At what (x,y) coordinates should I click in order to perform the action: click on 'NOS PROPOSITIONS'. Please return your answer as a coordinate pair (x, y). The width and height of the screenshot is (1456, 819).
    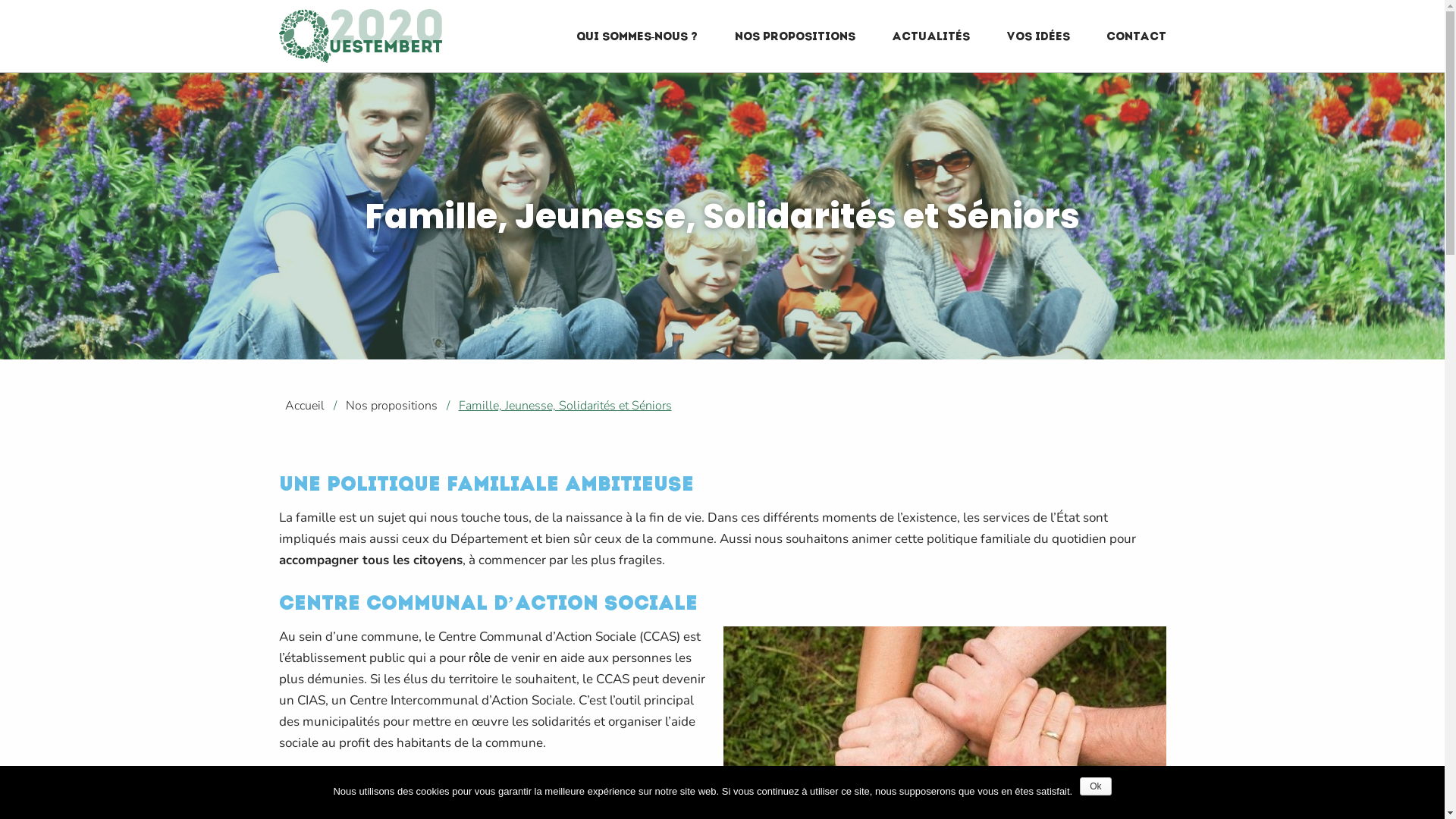
    Looking at the image, I should click on (793, 34).